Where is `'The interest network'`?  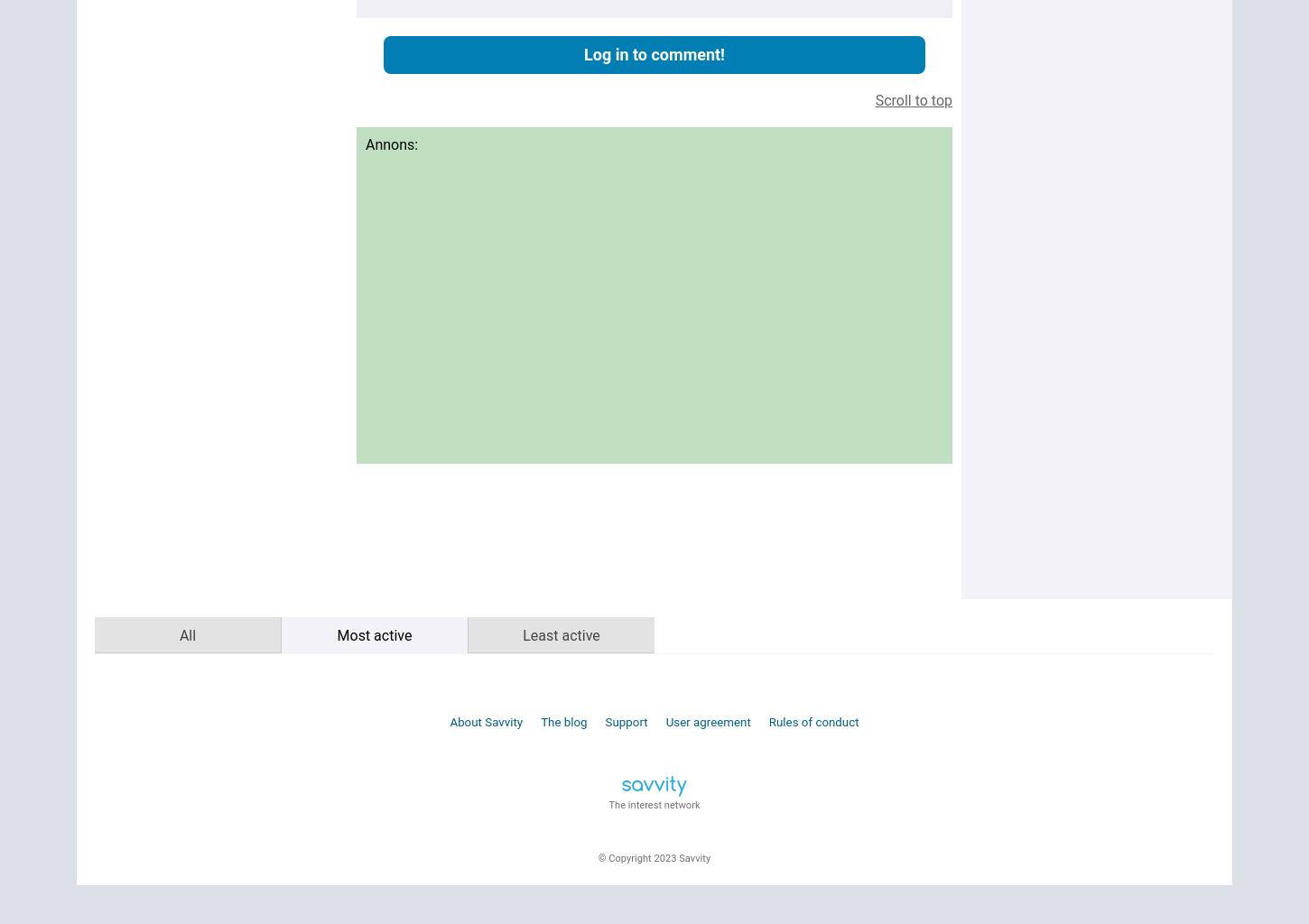
'The interest network' is located at coordinates (607, 804).